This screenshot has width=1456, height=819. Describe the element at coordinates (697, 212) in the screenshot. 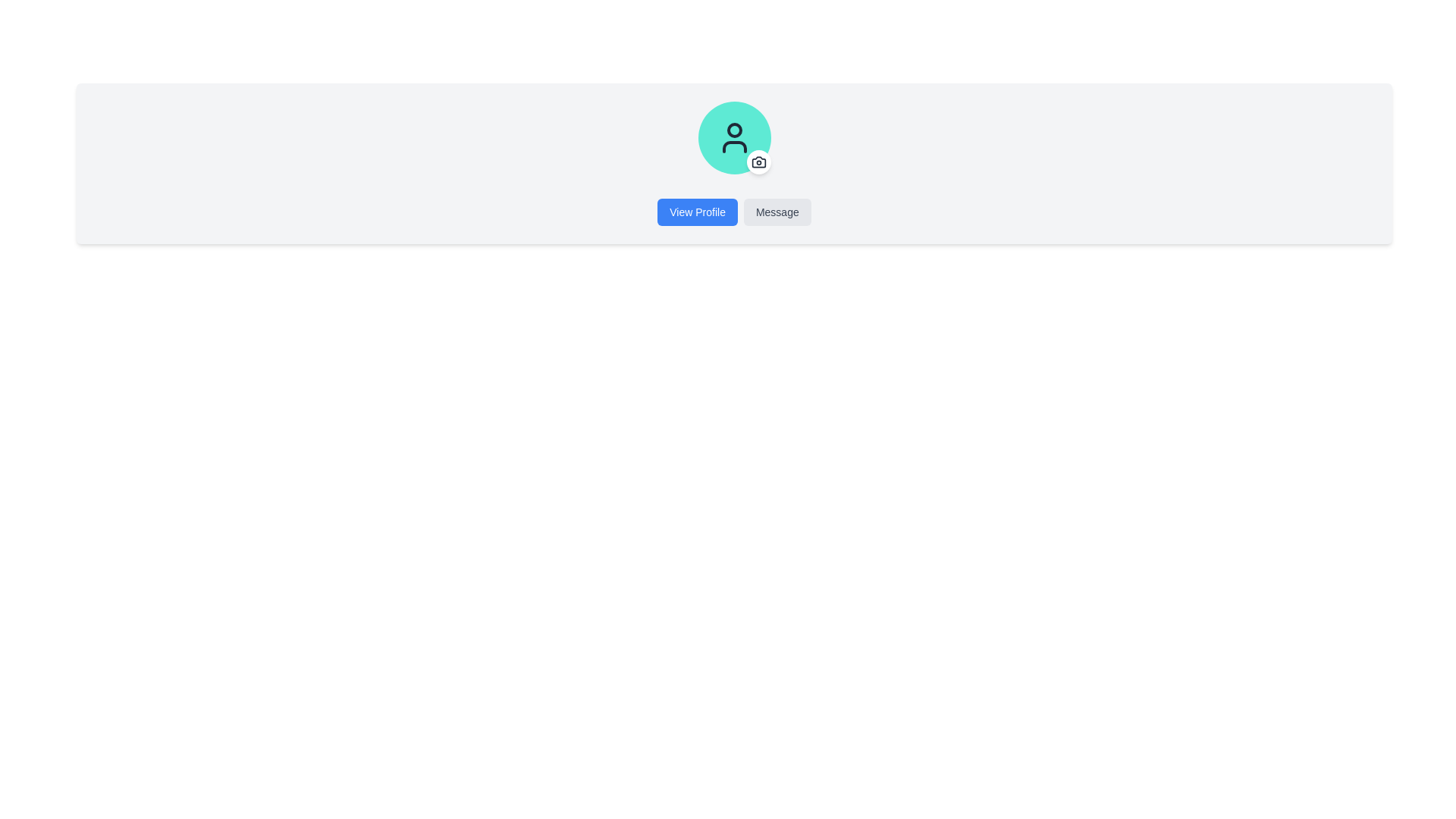

I see `the button located to the left of the 'Message' button, which redirects the user` at that location.